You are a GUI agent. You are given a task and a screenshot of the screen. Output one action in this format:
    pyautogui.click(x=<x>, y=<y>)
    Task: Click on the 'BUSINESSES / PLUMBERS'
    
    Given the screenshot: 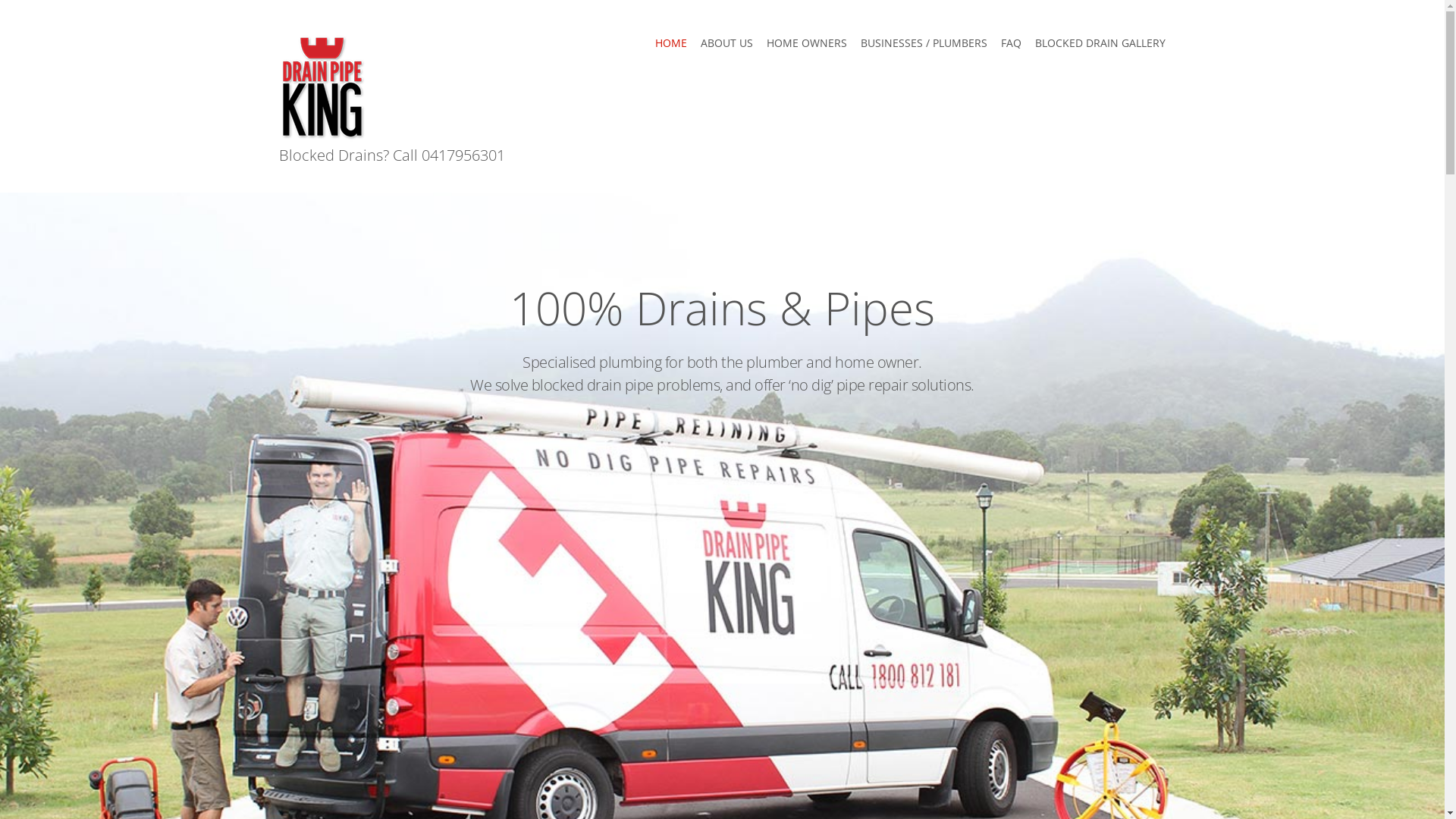 What is the action you would take?
    pyautogui.click(x=923, y=42)
    